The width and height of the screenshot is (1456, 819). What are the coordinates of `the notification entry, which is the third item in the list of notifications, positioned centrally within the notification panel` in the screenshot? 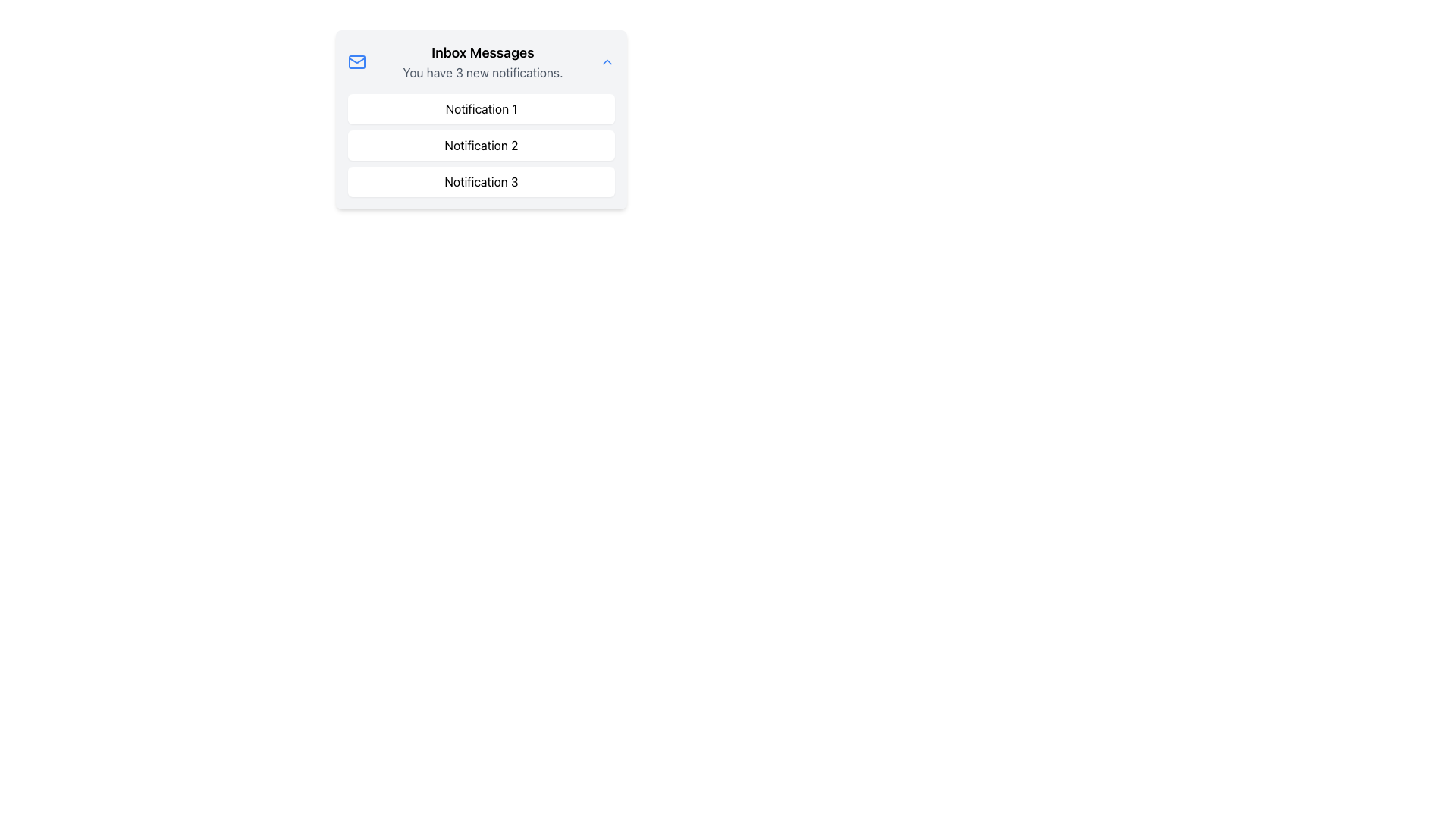 It's located at (480, 180).